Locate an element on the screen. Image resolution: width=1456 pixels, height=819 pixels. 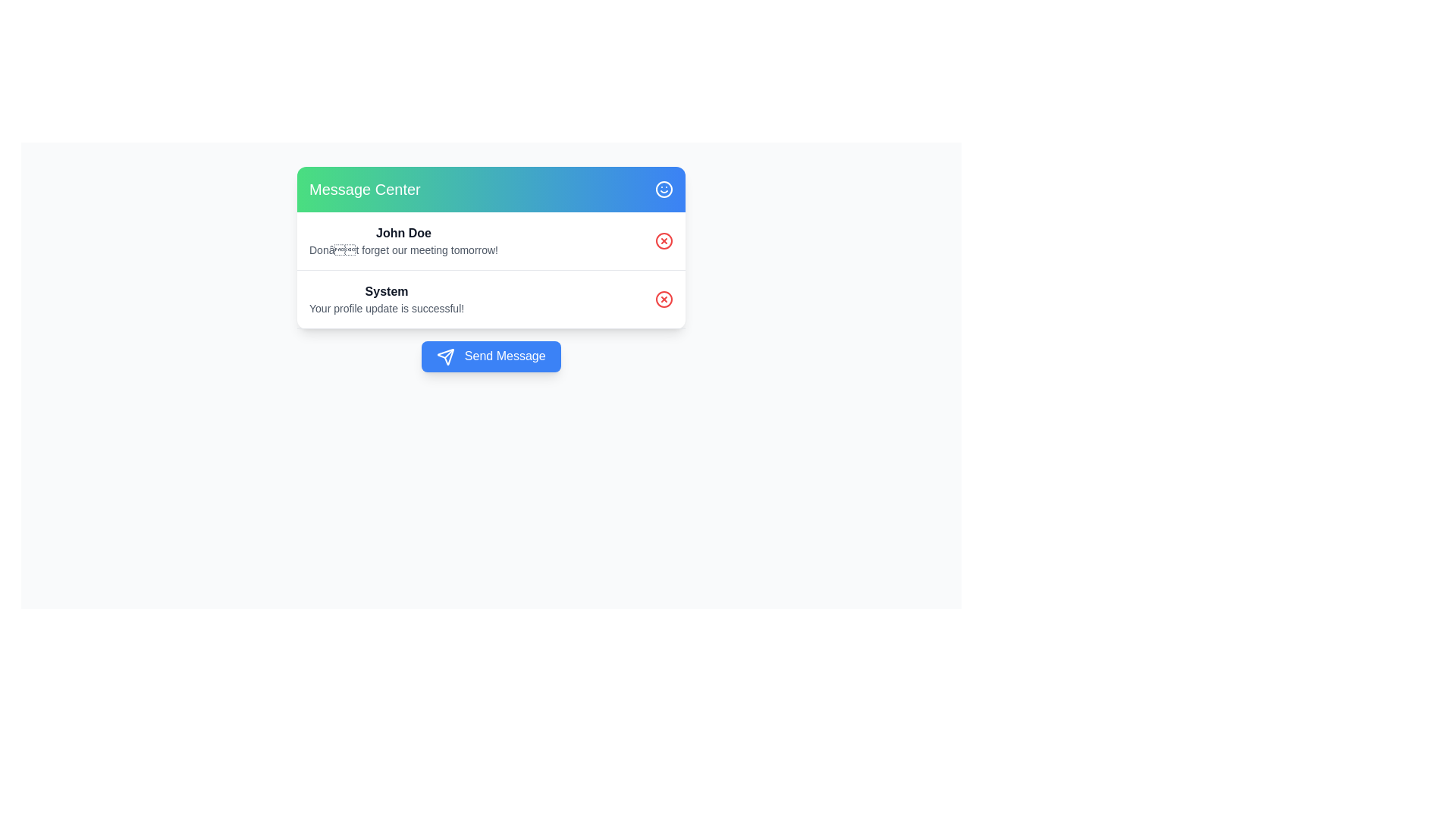
the text label displaying 'Your profile update is successful!', which is located below the 'System' heading in the notification message card is located at coordinates (387, 308).